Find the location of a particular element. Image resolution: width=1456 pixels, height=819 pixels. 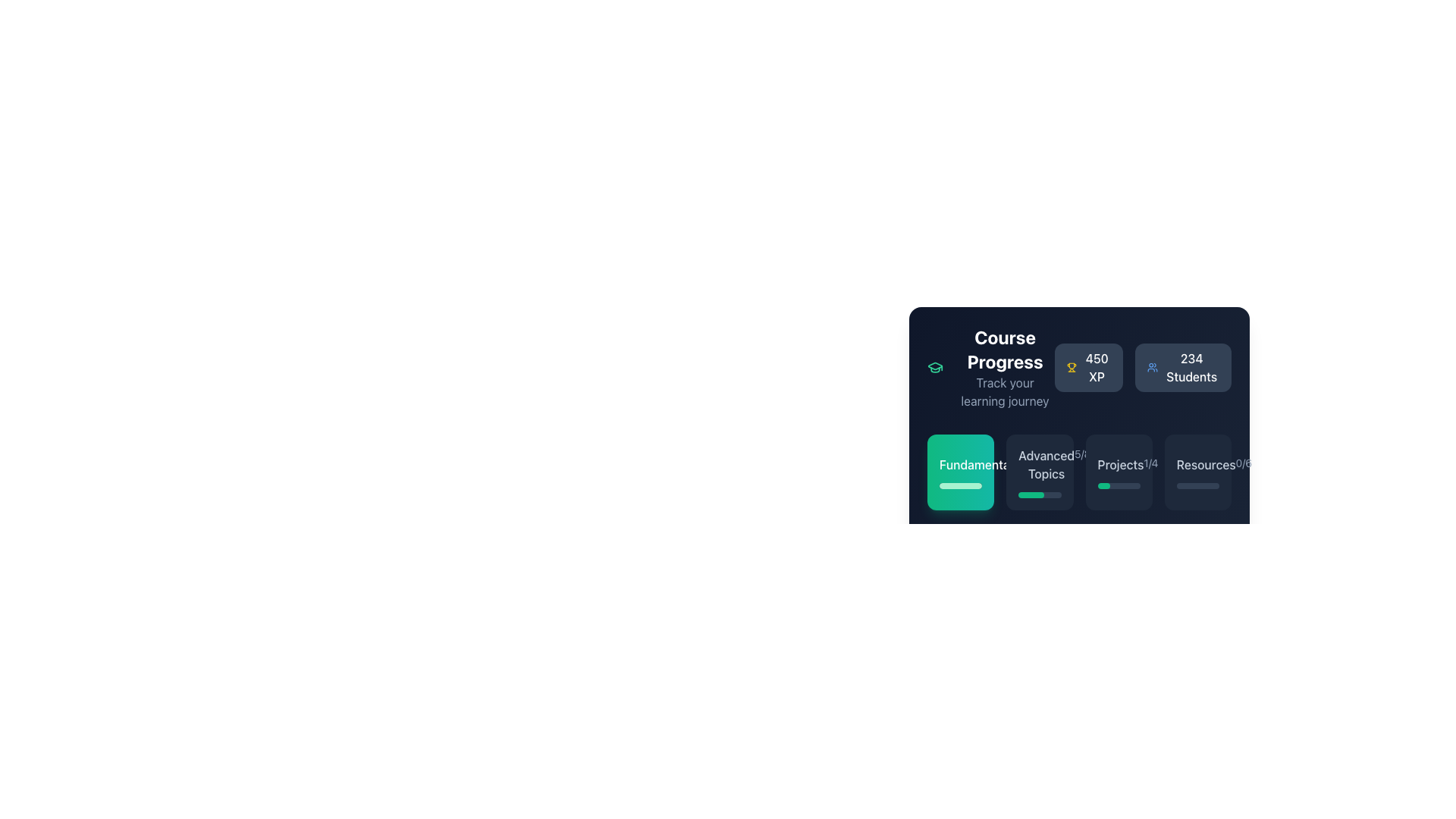

the full progress bar located within the 'Fundamentals' card, which is styled with a slate-colored background and a green progress fill, indicating full completion is located at coordinates (960, 485).